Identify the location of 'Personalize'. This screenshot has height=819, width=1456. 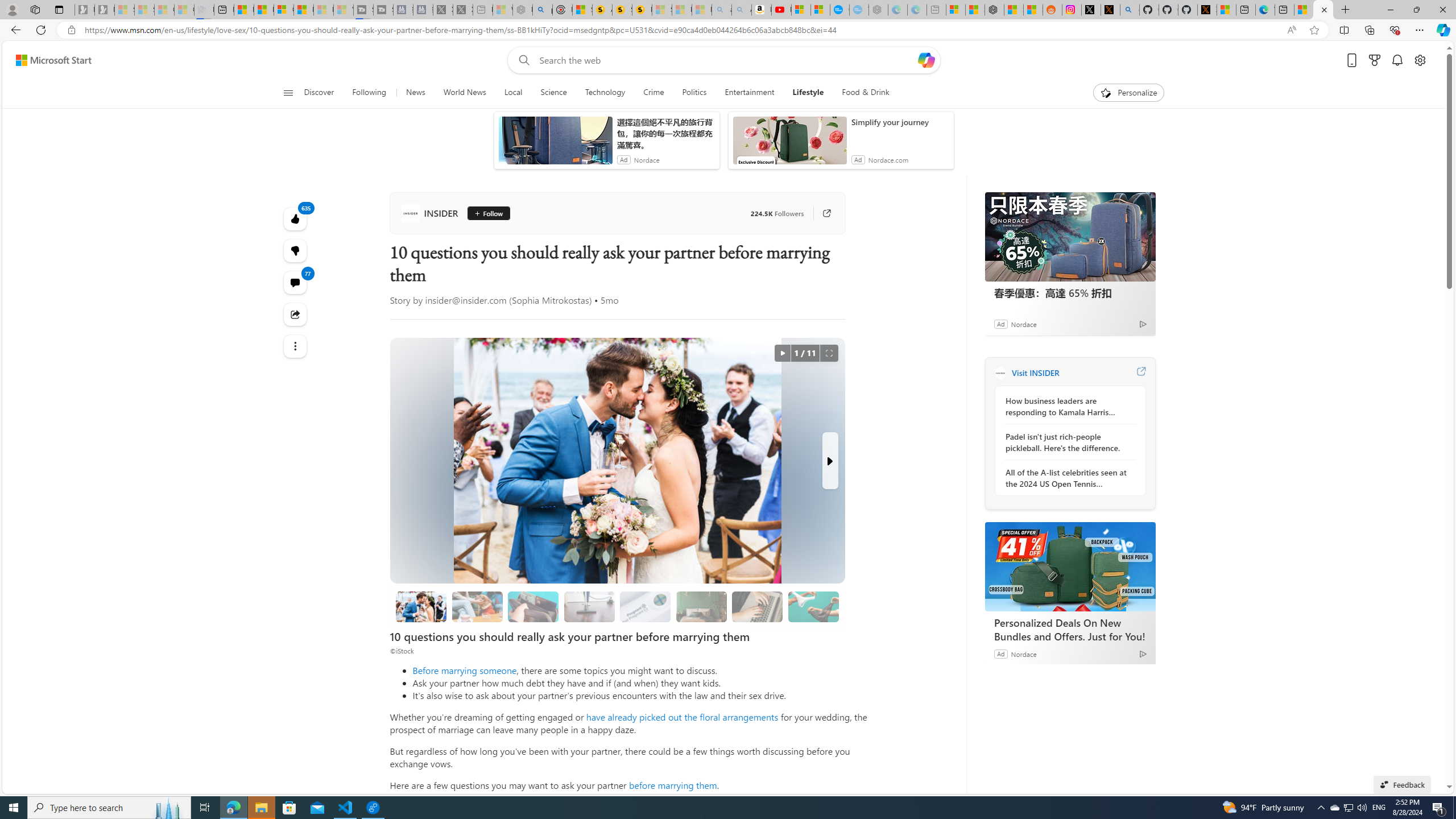
(1128, 92).